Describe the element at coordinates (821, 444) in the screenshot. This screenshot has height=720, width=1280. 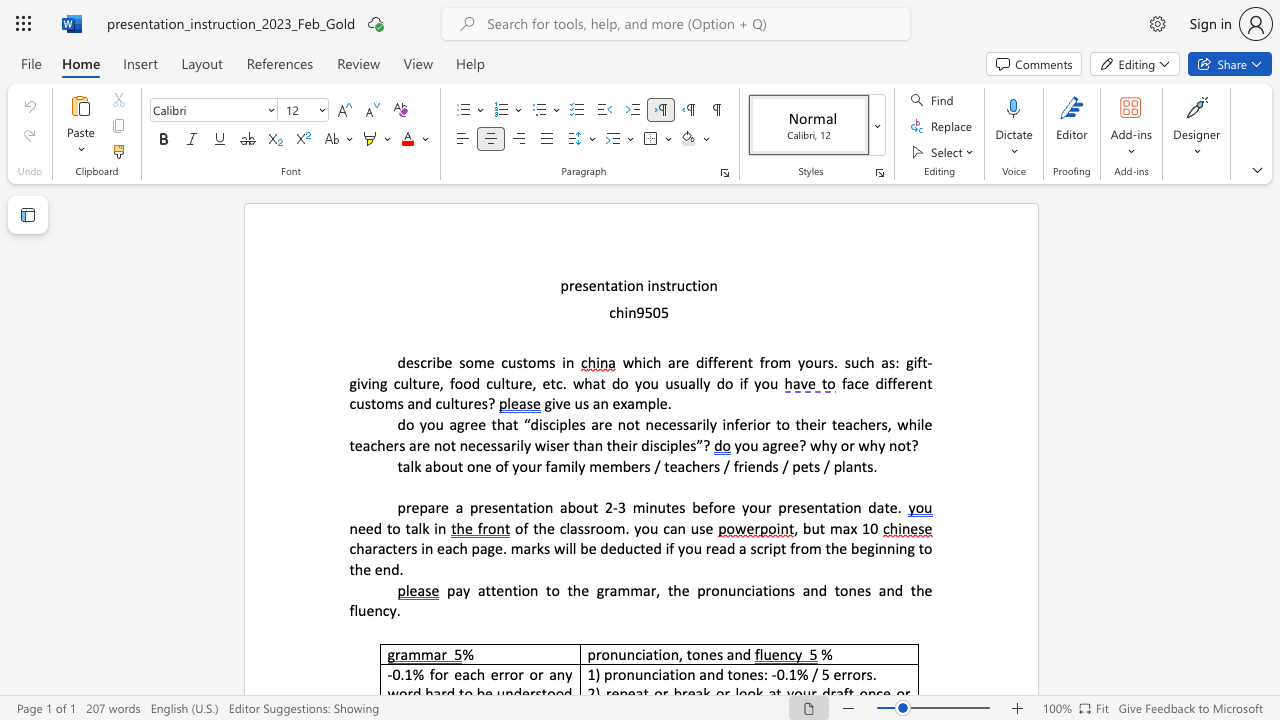
I see `the subset text "hy or why not" within the text "you agree? why or why not?"` at that location.